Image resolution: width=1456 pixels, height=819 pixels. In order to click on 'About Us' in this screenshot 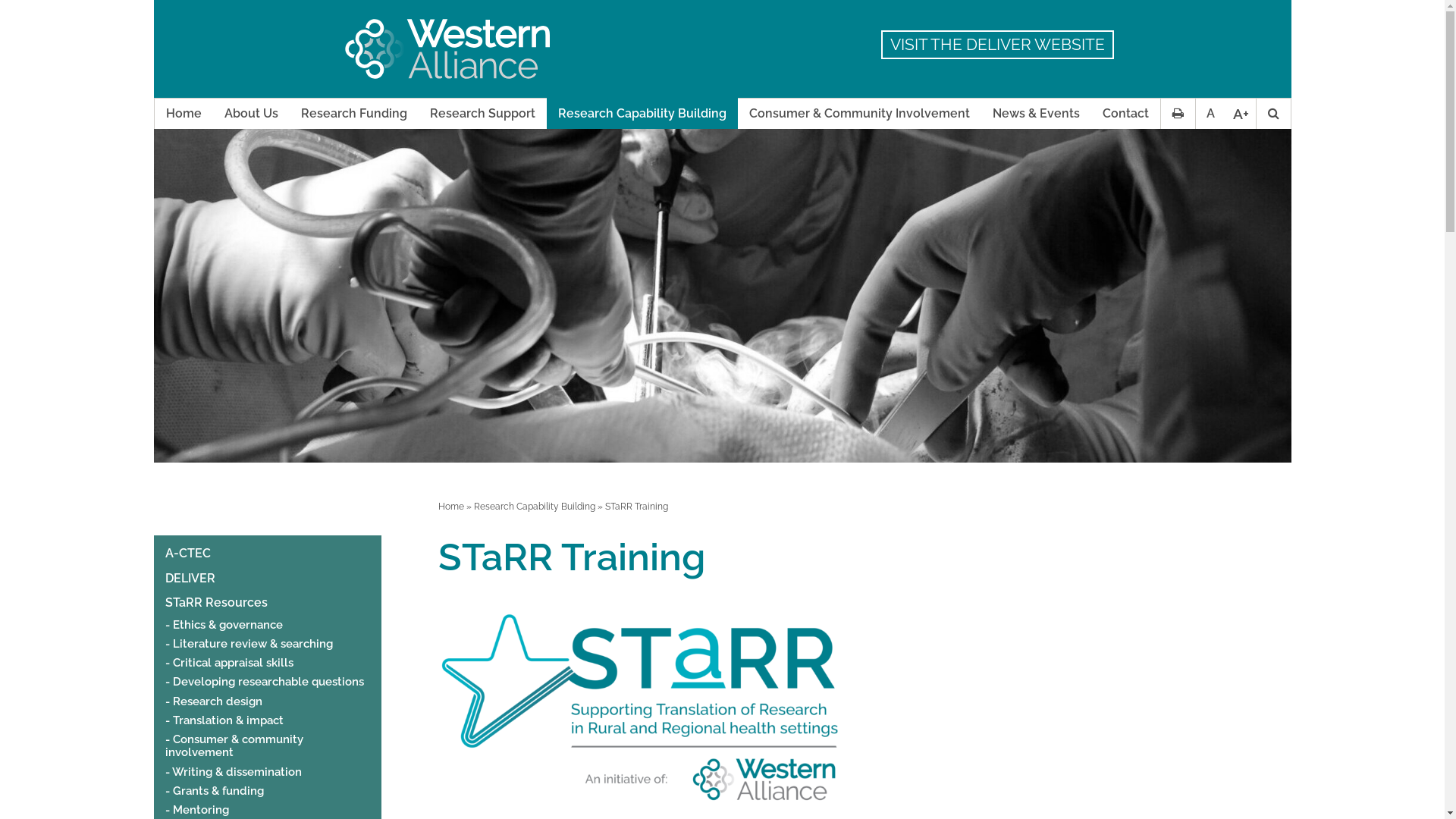, I will do `click(250, 113)`.